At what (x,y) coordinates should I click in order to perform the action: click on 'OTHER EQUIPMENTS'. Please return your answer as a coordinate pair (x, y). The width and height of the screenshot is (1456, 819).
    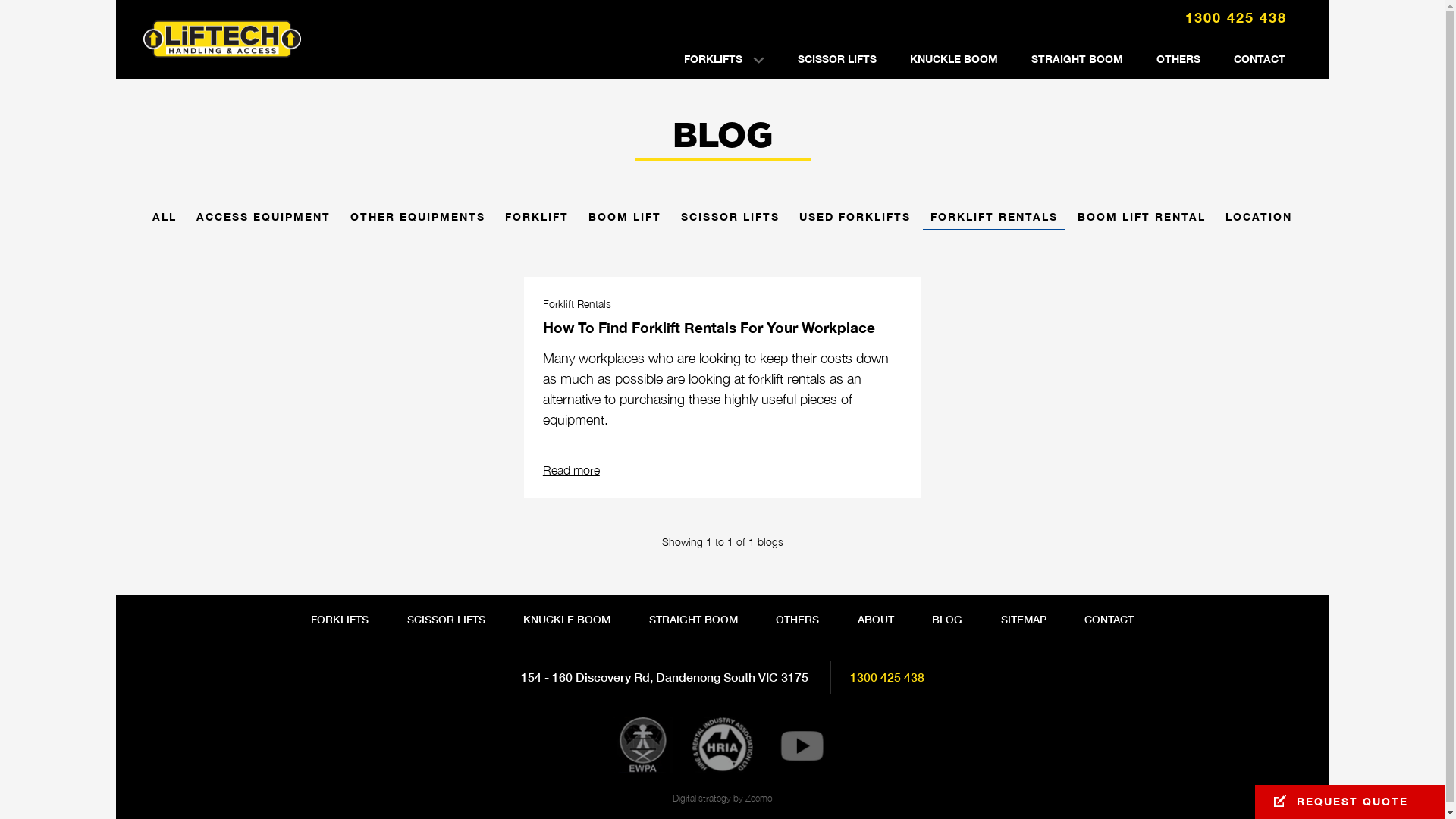
    Looking at the image, I should click on (418, 219).